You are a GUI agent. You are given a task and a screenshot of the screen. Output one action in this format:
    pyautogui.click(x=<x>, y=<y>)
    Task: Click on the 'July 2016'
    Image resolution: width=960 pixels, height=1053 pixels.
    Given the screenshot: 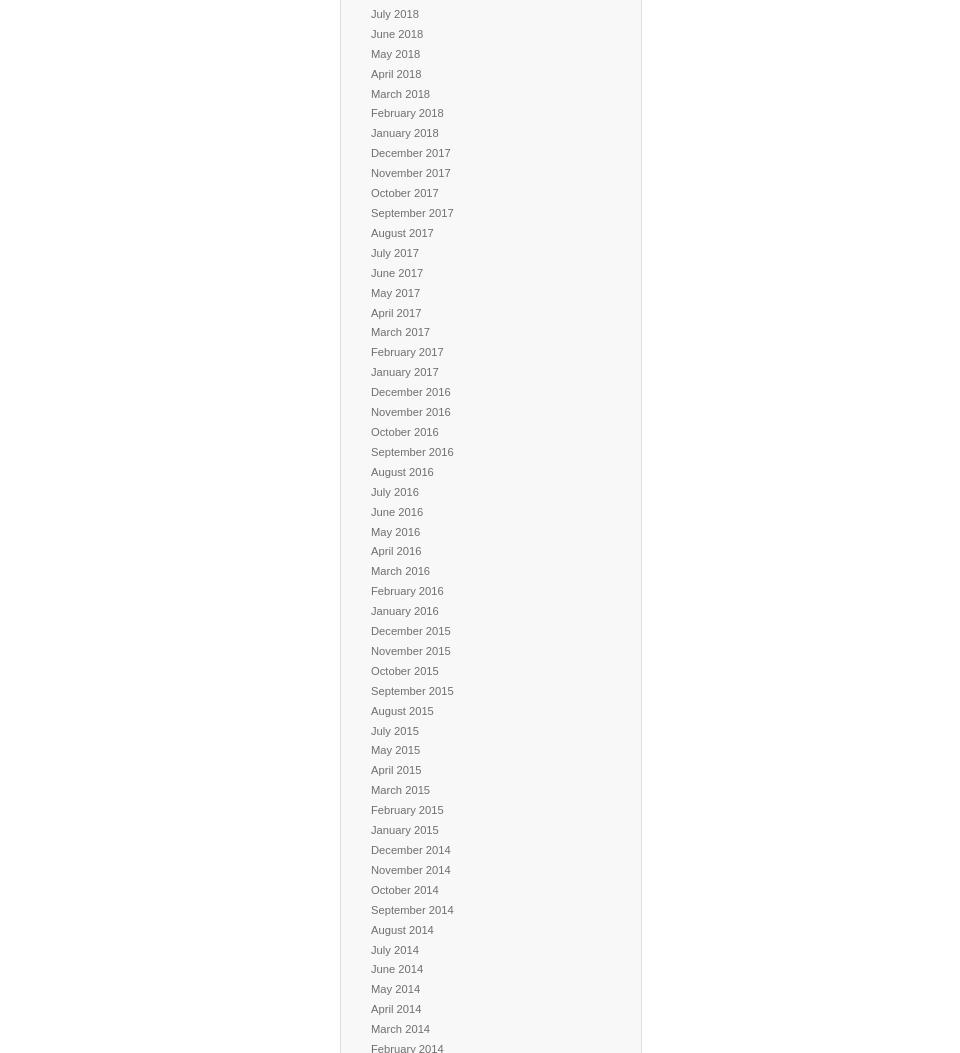 What is the action you would take?
    pyautogui.click(x=393, y=491)
    